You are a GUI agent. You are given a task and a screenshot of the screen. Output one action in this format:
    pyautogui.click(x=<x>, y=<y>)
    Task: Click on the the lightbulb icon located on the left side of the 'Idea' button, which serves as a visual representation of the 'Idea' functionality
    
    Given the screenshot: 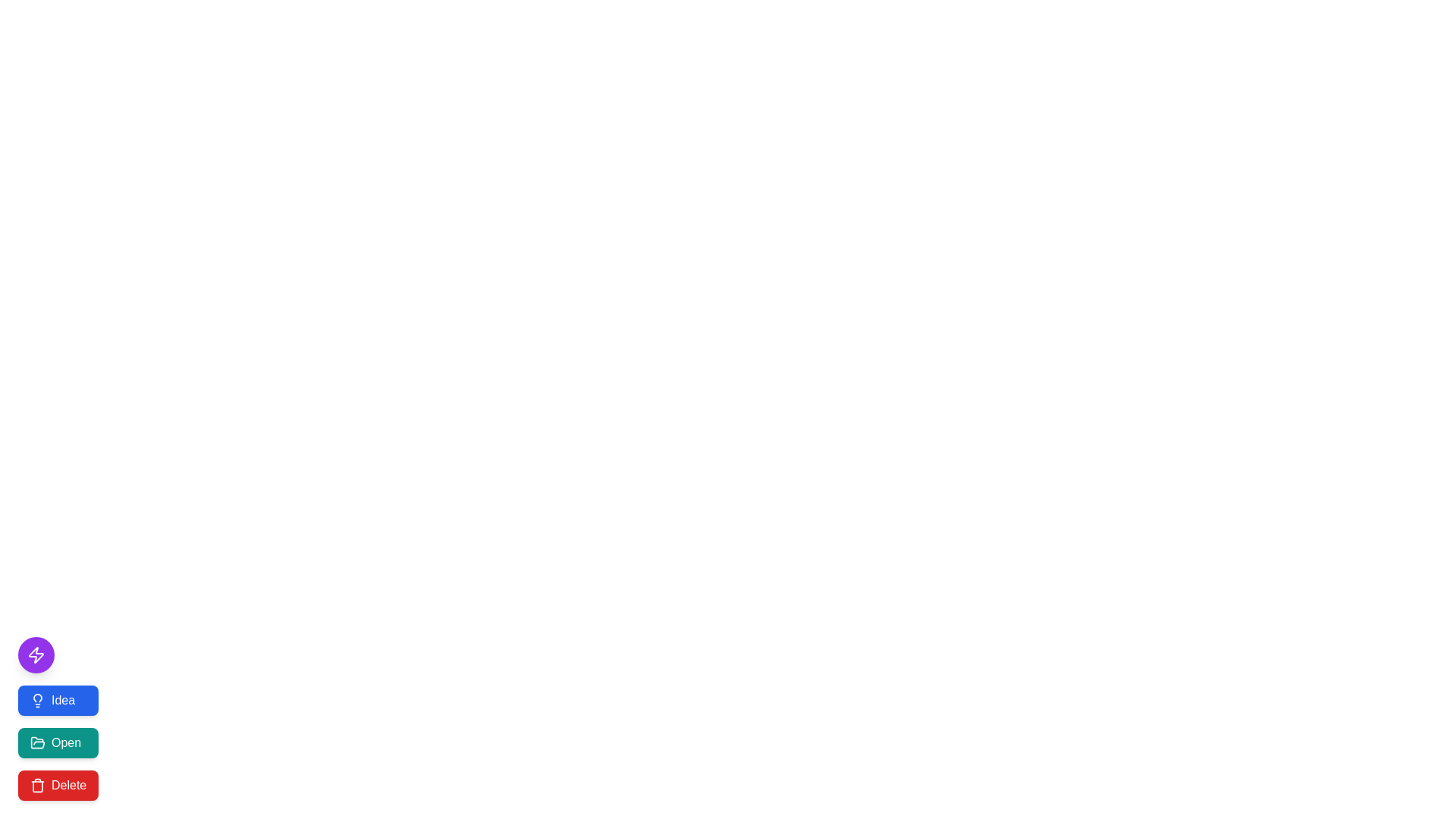 What is the action you would take?
    pyautogui.click(x=37, y=701)
    